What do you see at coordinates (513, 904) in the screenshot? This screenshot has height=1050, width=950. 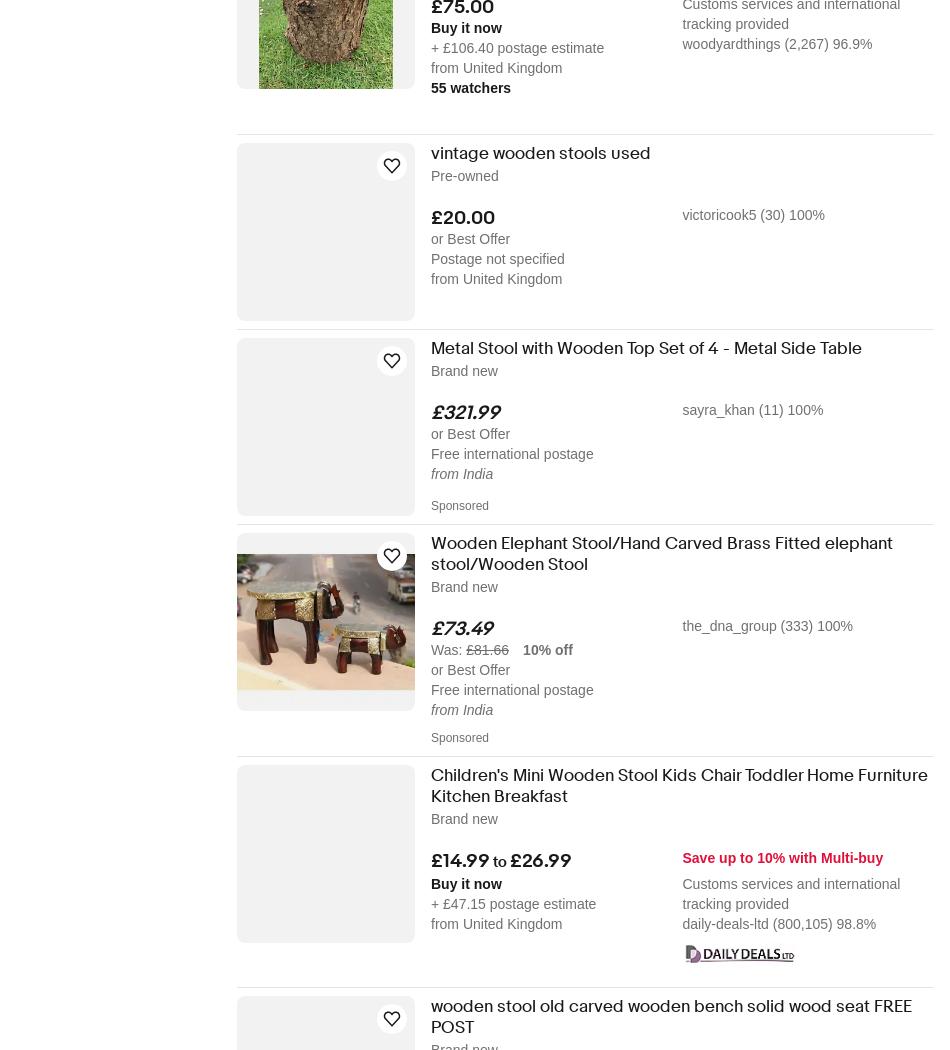 I see `'+ £47.15 postage estimate'` at bounding box center [513, 904].